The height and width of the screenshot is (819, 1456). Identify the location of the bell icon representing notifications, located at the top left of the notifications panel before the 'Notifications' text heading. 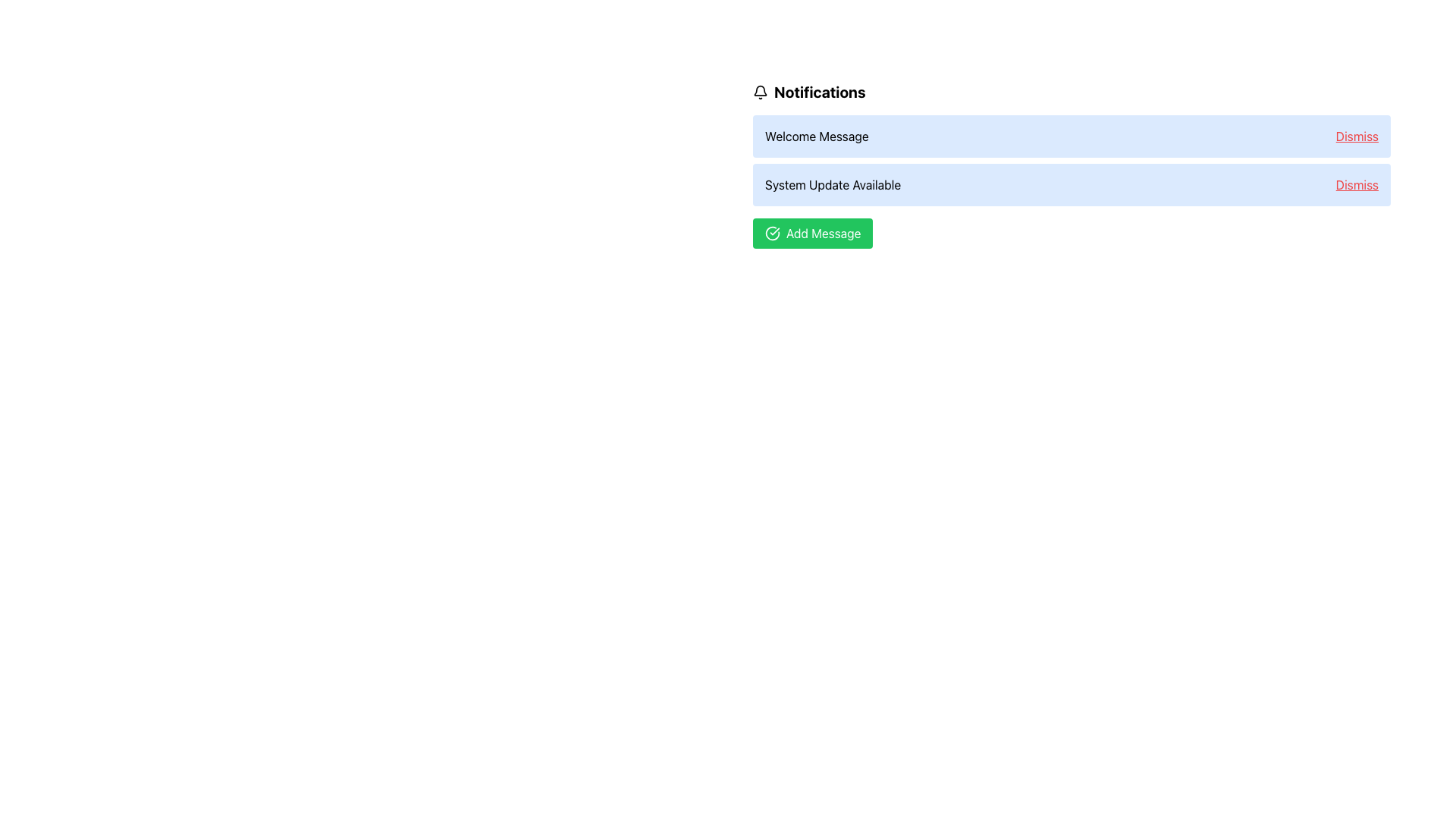
(761, 90).